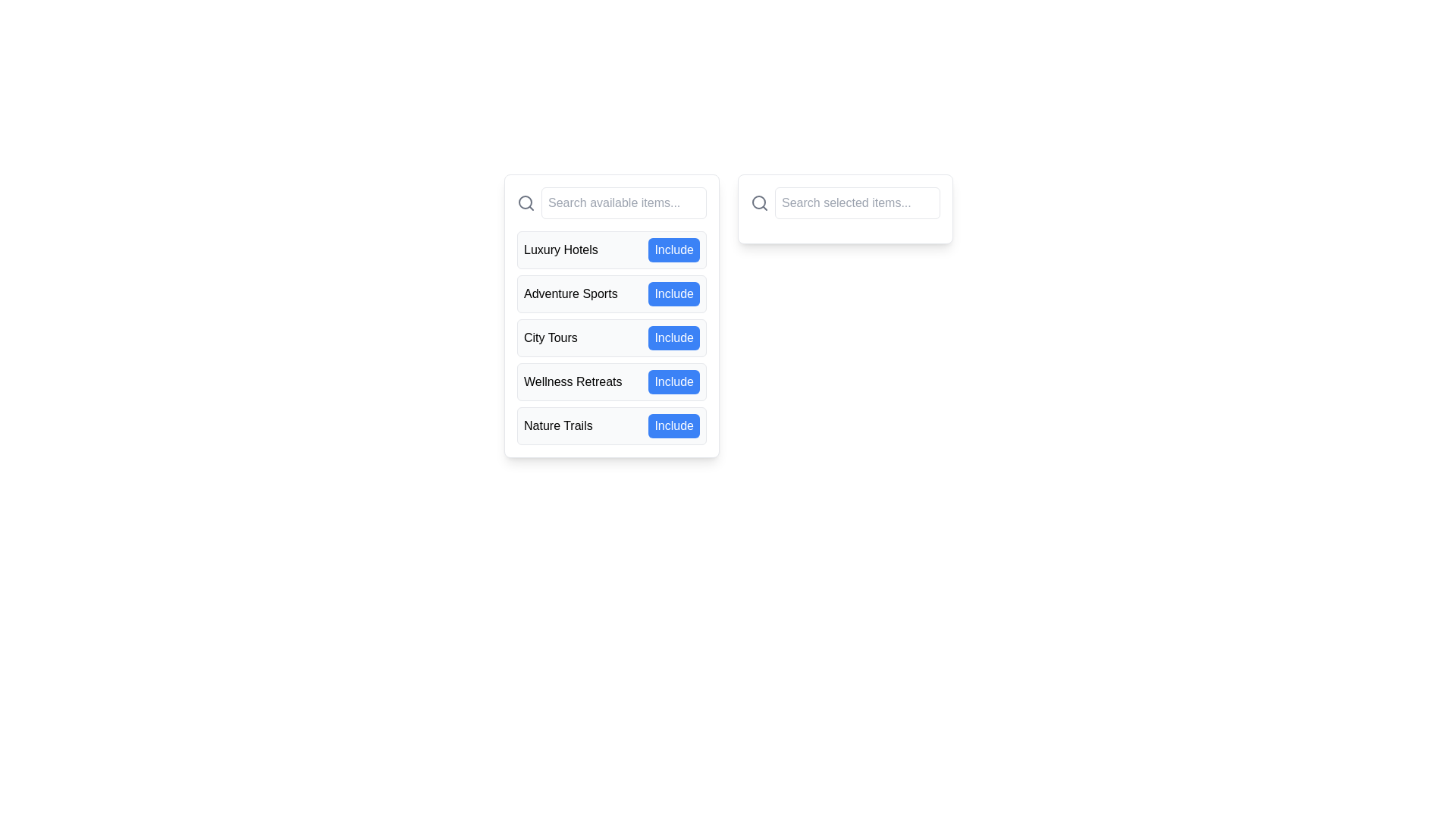 The image size is (1456, 819). I want to click on the text input field, which is positioned to the right of a magnifying glass icon and is designed for text input to search or filter items, to provide visual feedback, so click(858, 202).